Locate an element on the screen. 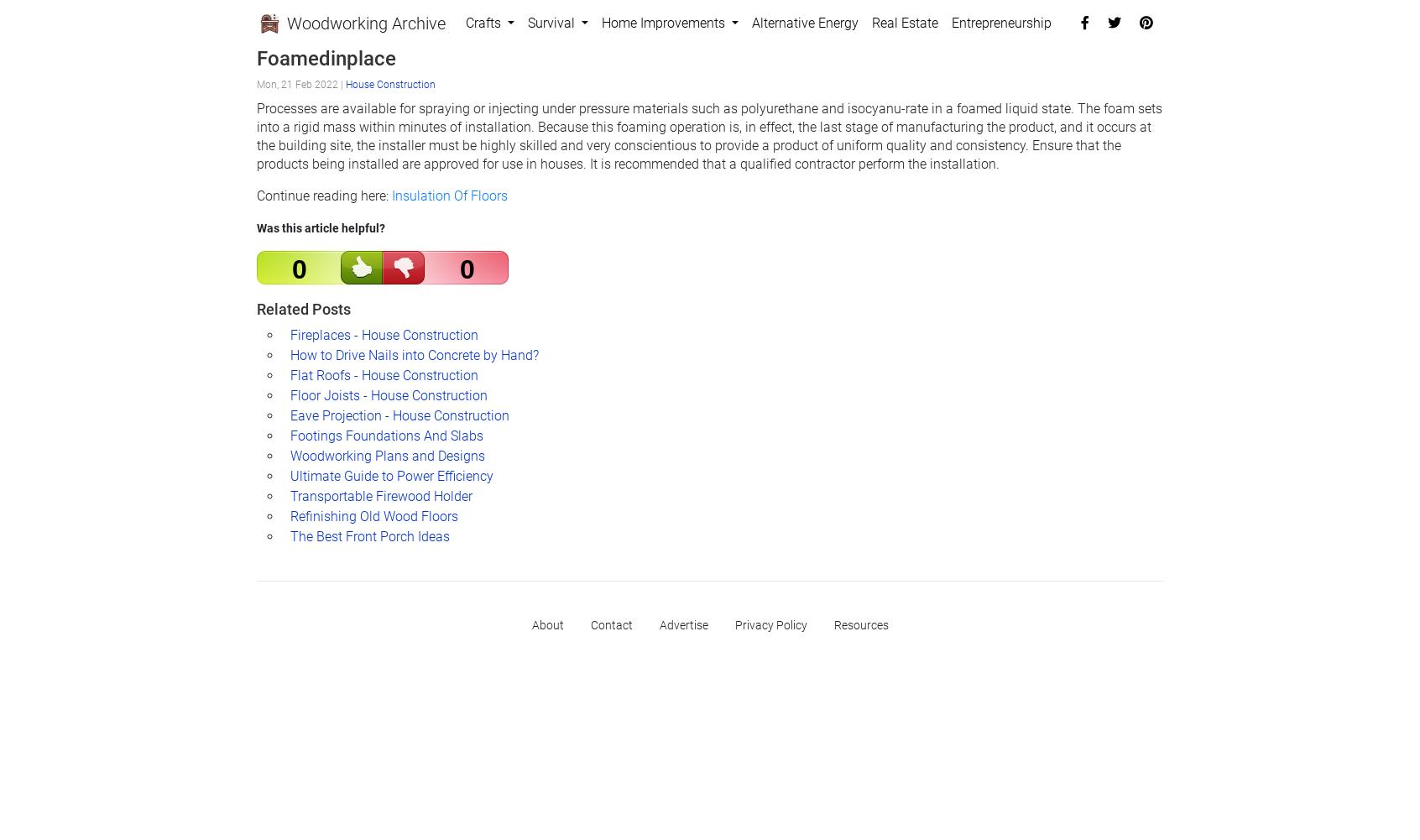  'Resources' is located at coordinates (859, 624).